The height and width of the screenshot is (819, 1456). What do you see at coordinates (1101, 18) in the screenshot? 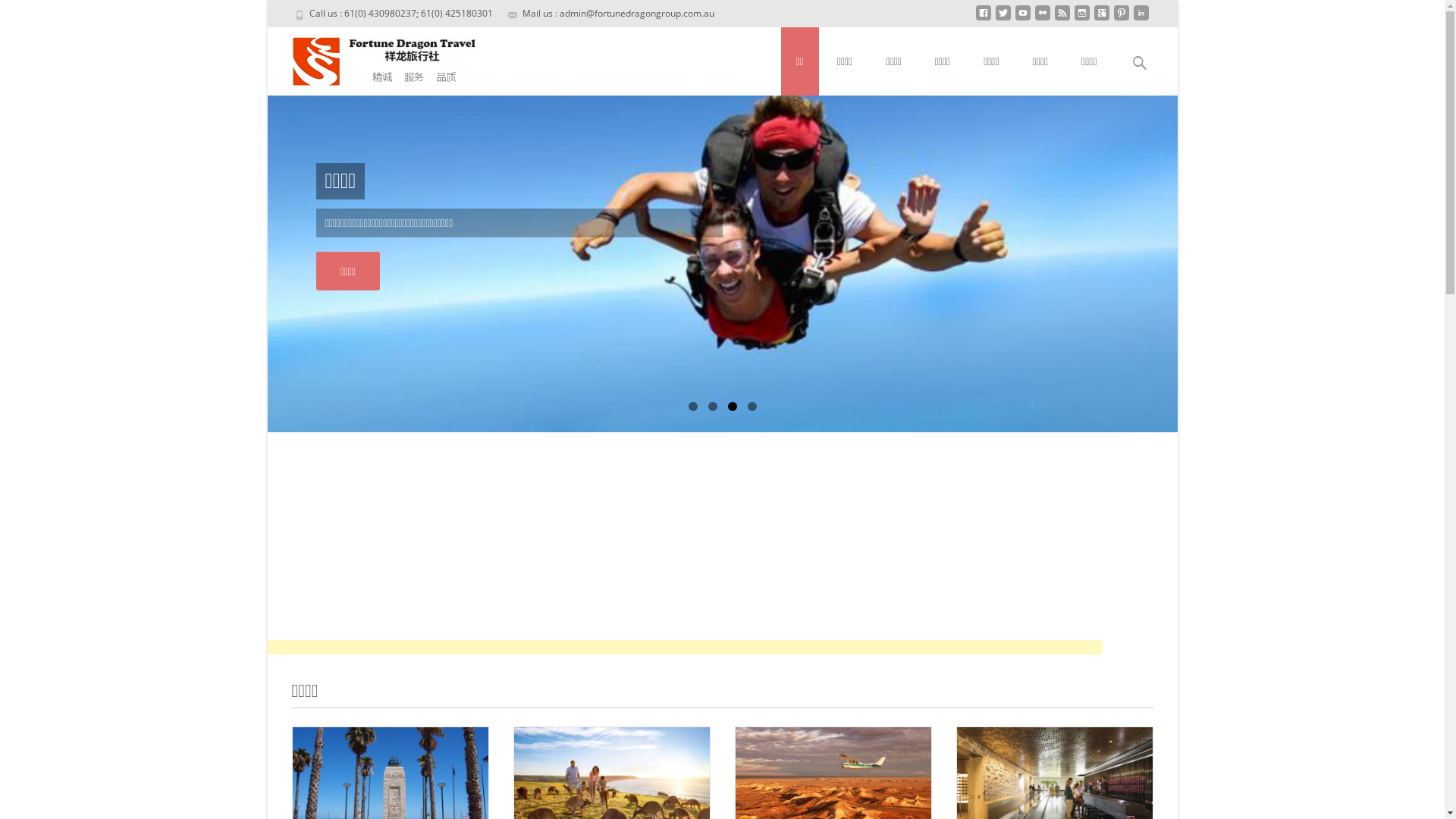
I see `'googleplus'` at bounding box center [1101, 18].